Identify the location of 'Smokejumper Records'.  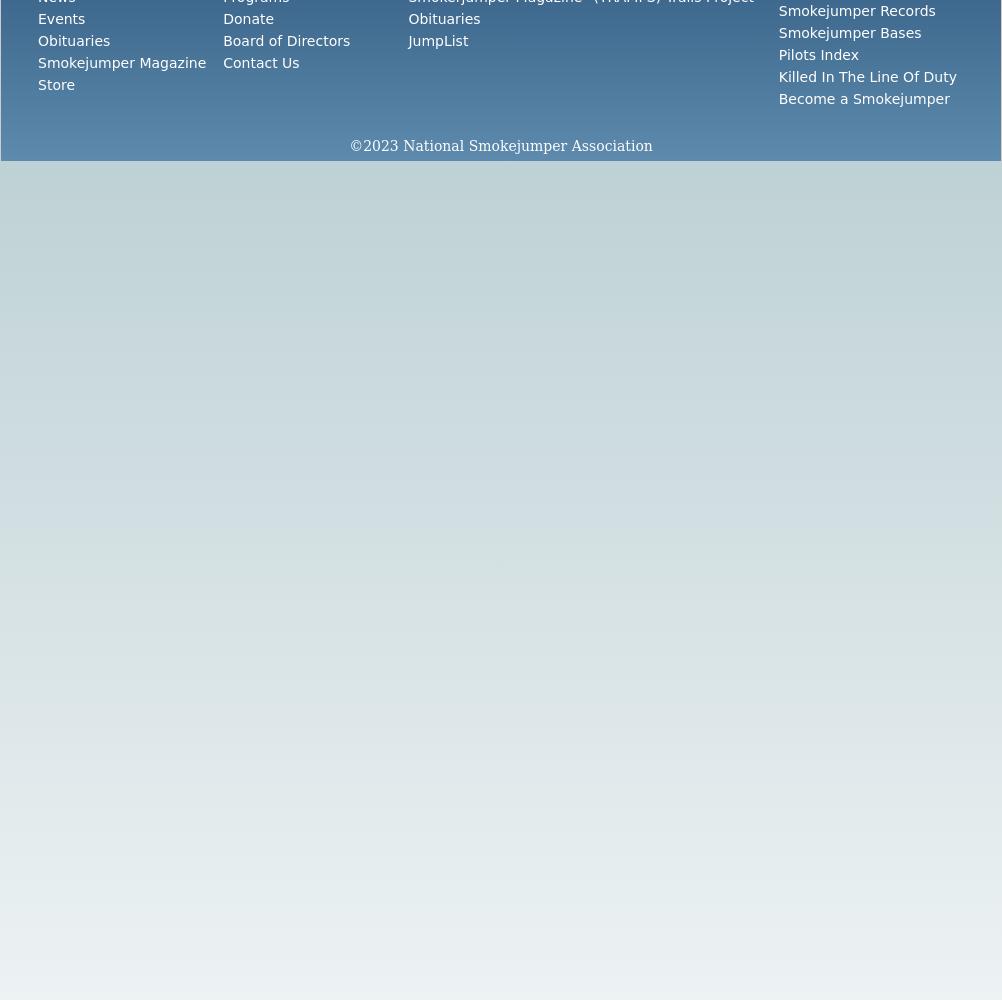
(856, 11).